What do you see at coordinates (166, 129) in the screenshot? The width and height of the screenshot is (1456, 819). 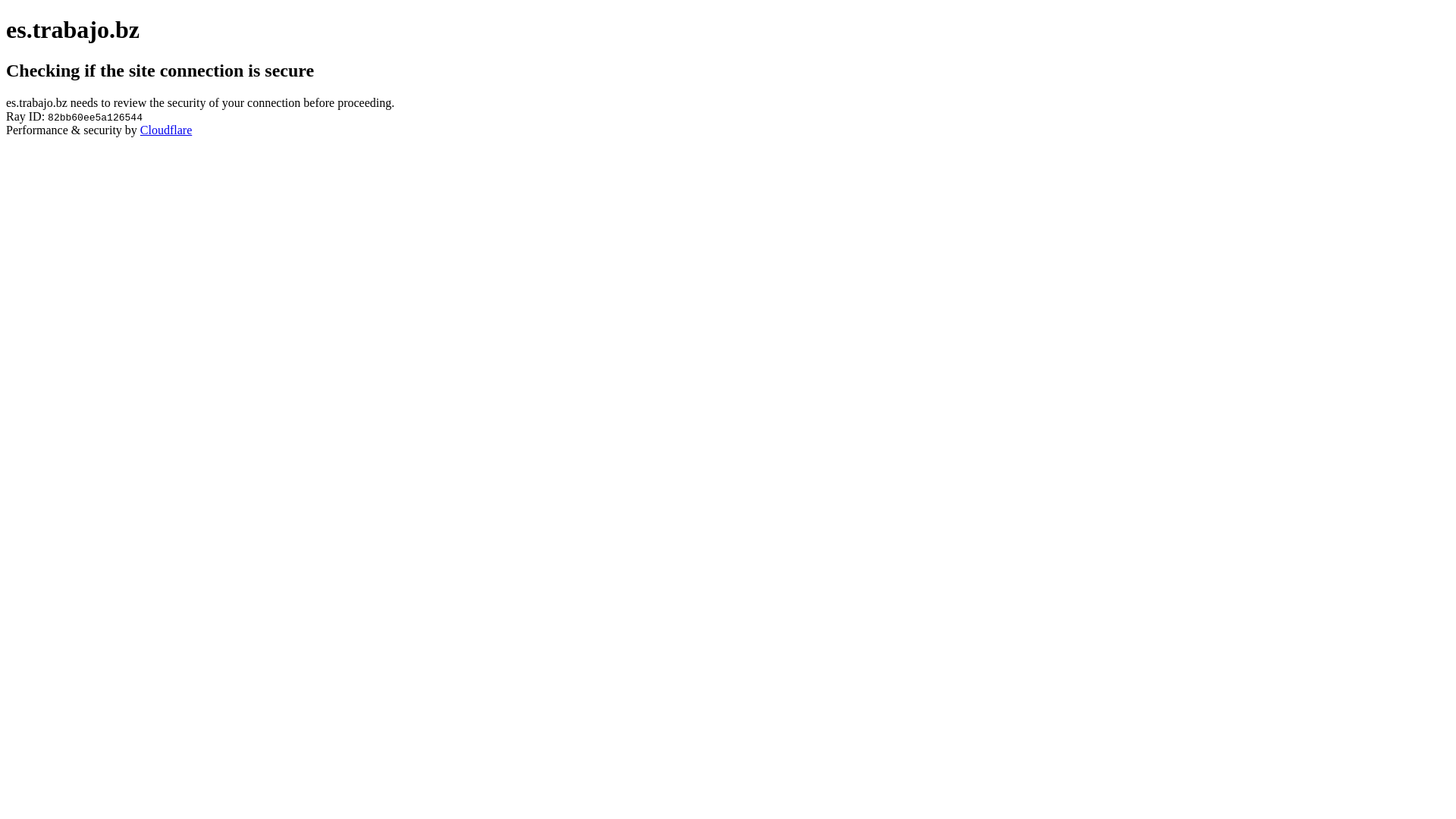 I see `'Cloudflare'` at bounding box center [166, 129].